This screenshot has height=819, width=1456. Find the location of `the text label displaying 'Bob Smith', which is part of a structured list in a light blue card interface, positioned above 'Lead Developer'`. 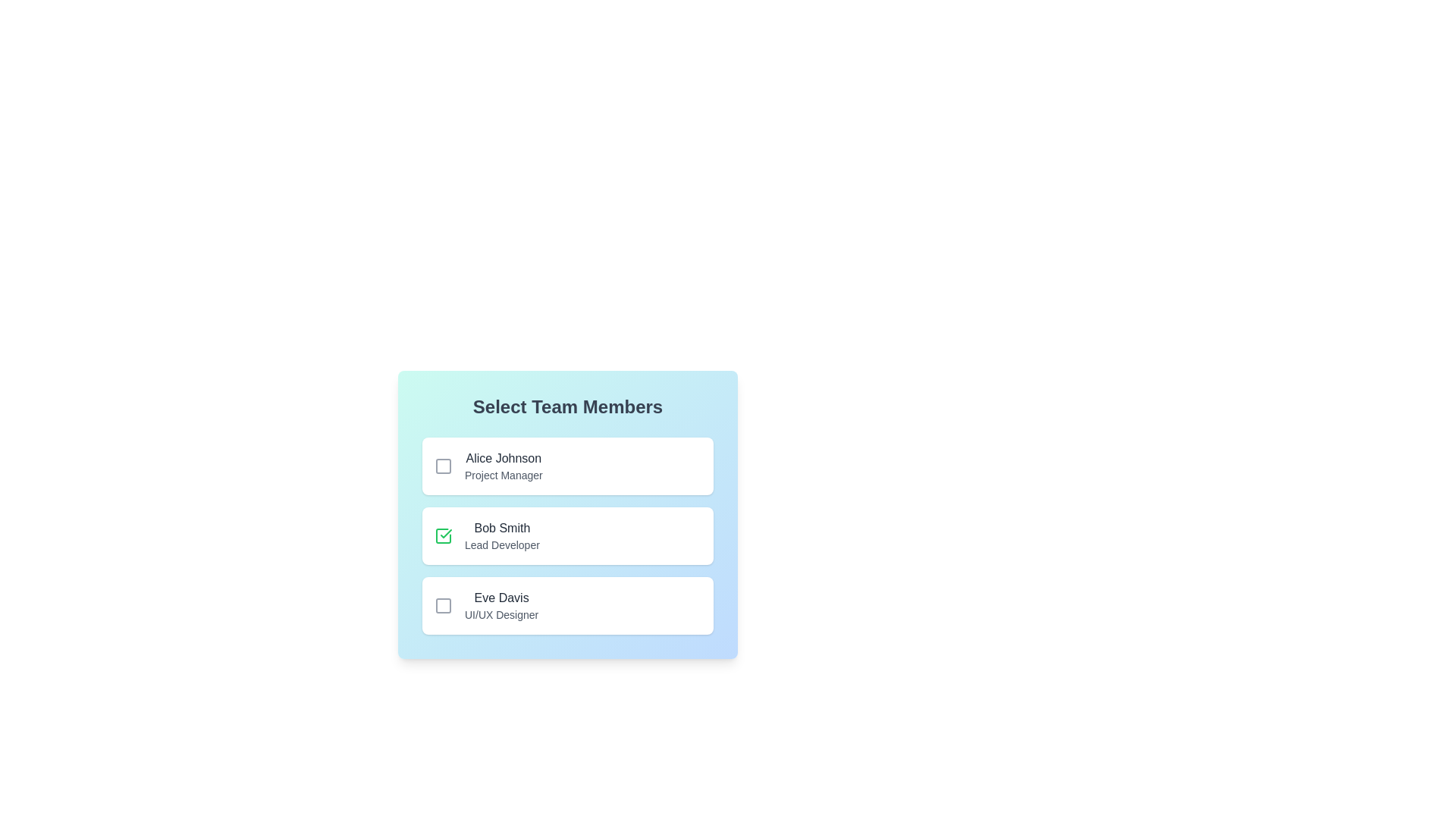

the text label displaying 'Bob Smith', which is part of a structured list in a light blue card interface, positioned above 'Lead Developer' is located at coordinates (502, 528).